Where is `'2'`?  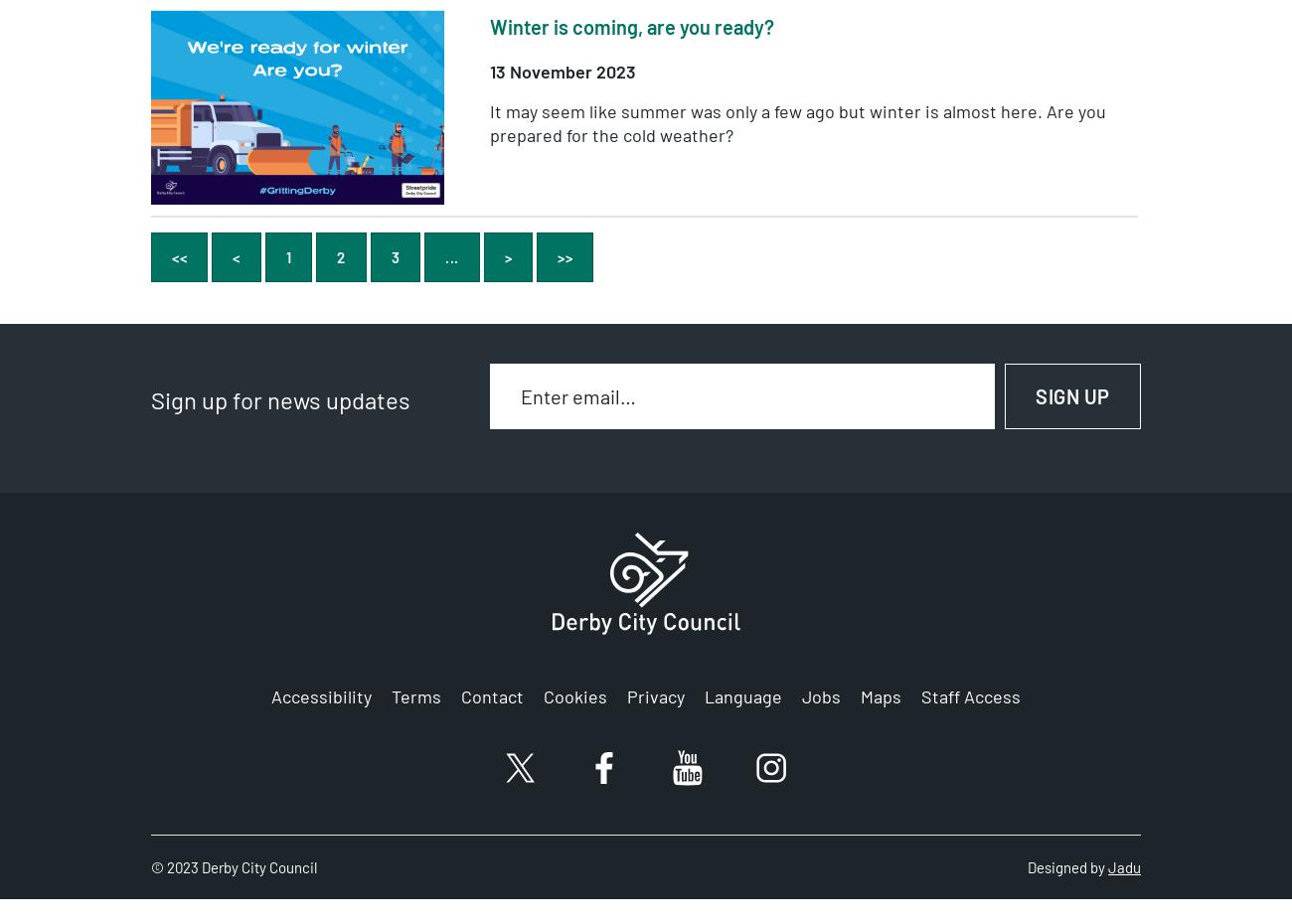
'2' is located at coordinates (339, 257).